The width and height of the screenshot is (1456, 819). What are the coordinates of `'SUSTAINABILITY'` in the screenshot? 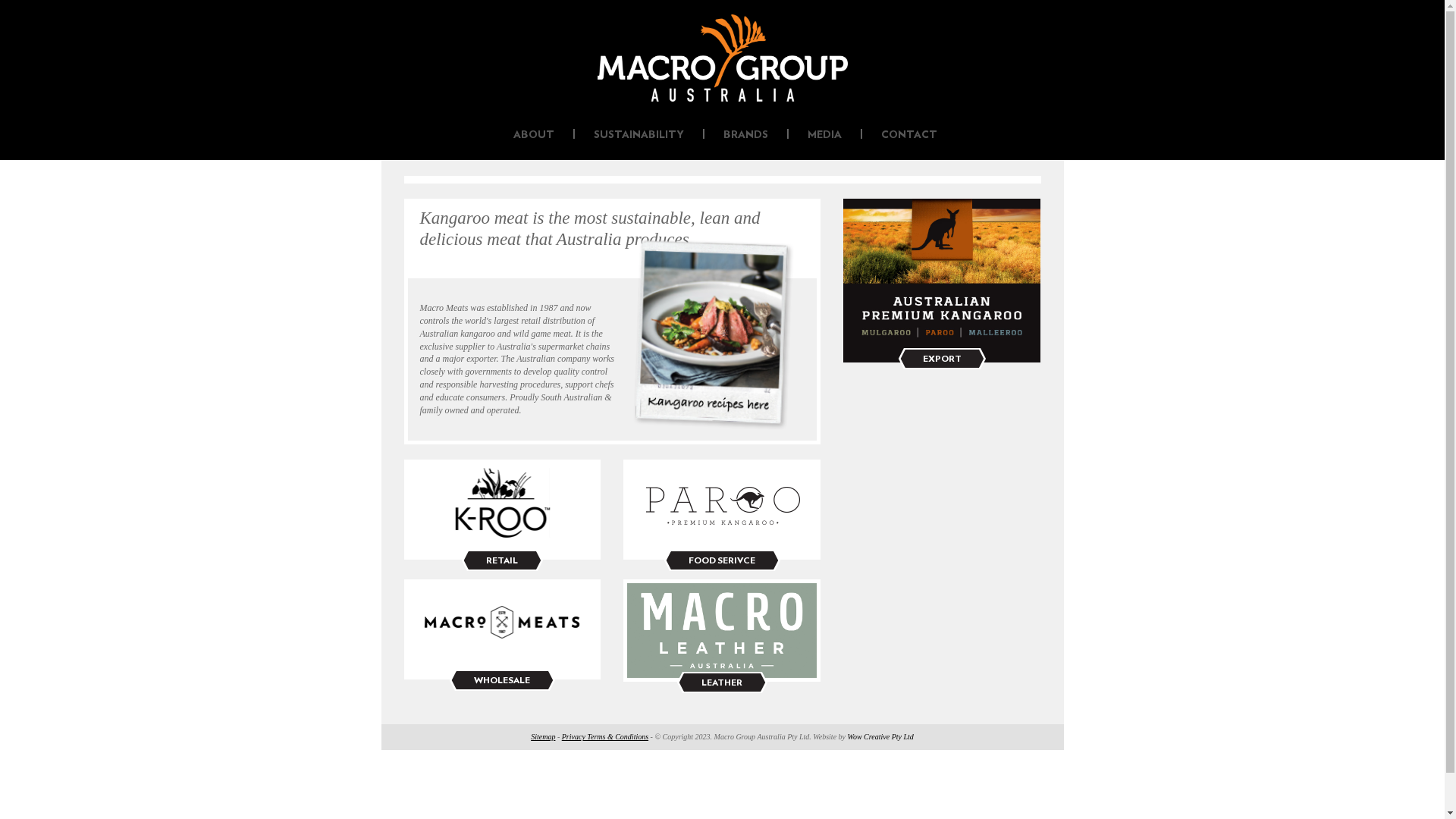 It's located at (639, 133).